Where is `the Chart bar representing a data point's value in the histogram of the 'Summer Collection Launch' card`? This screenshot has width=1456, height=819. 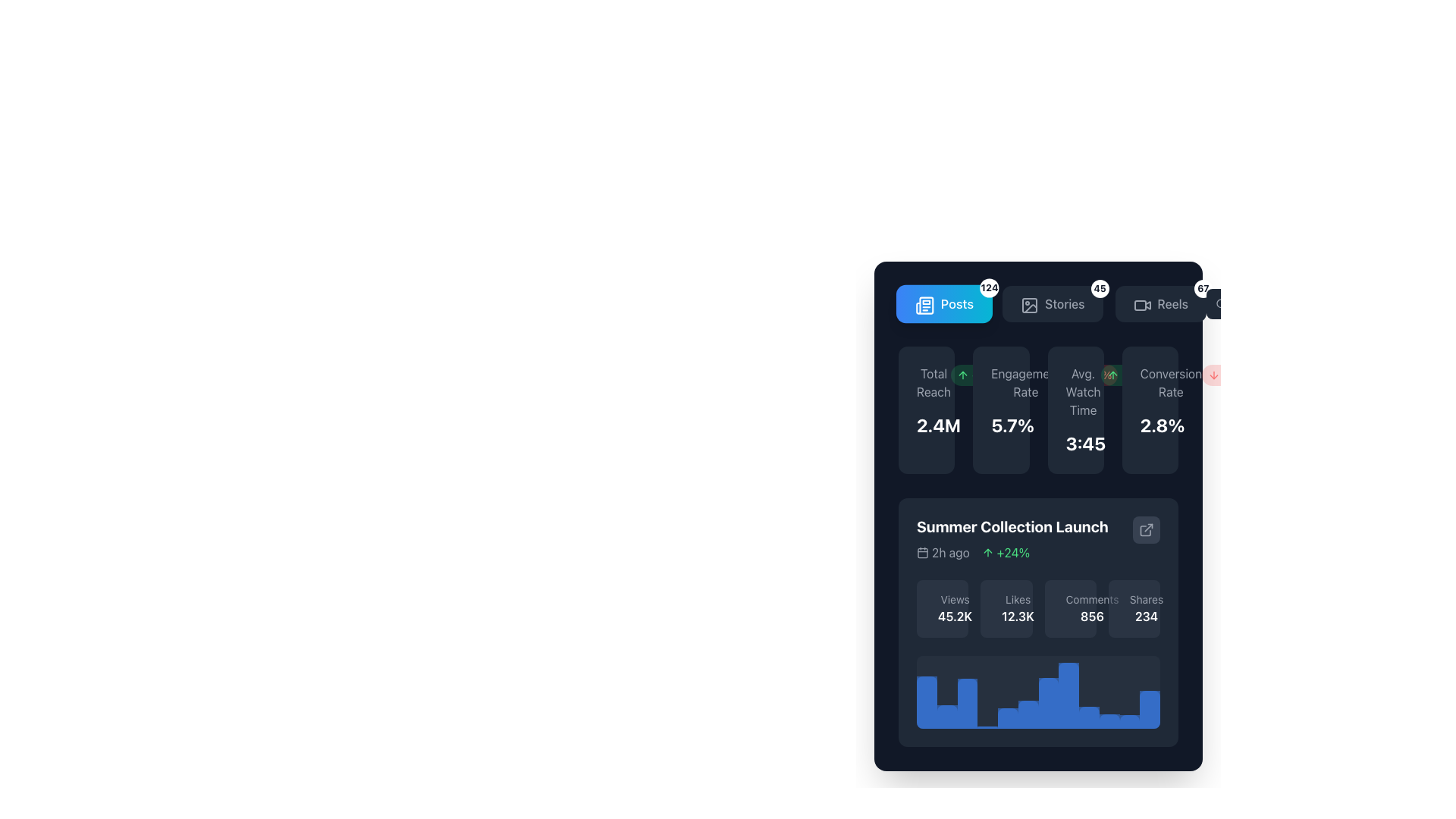
the Chart bar representing a data point's value in the histogram of the 'Summer Collection Launch' card is located at coordinates (1129, 720).